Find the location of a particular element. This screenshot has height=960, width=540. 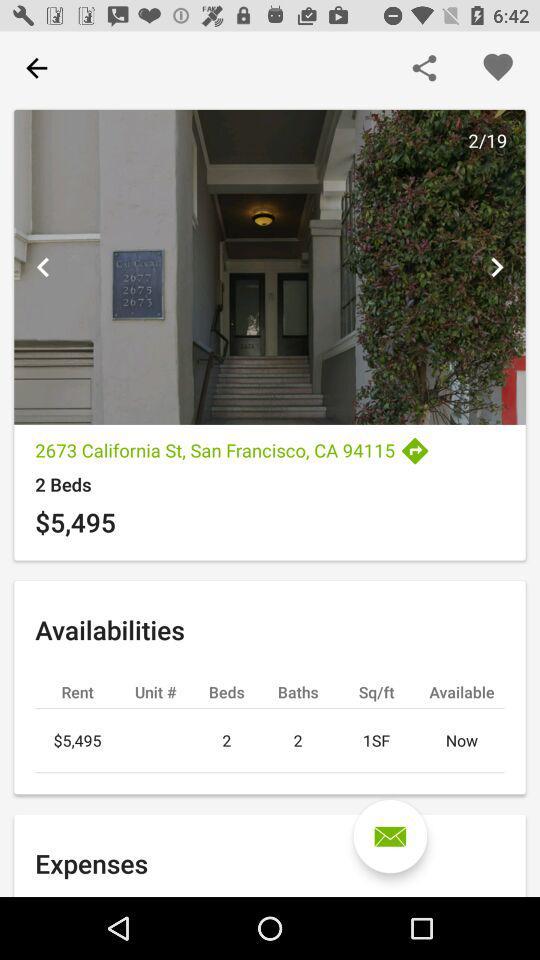

the icon next to the expenses icon is located at coordinates (390, 836).